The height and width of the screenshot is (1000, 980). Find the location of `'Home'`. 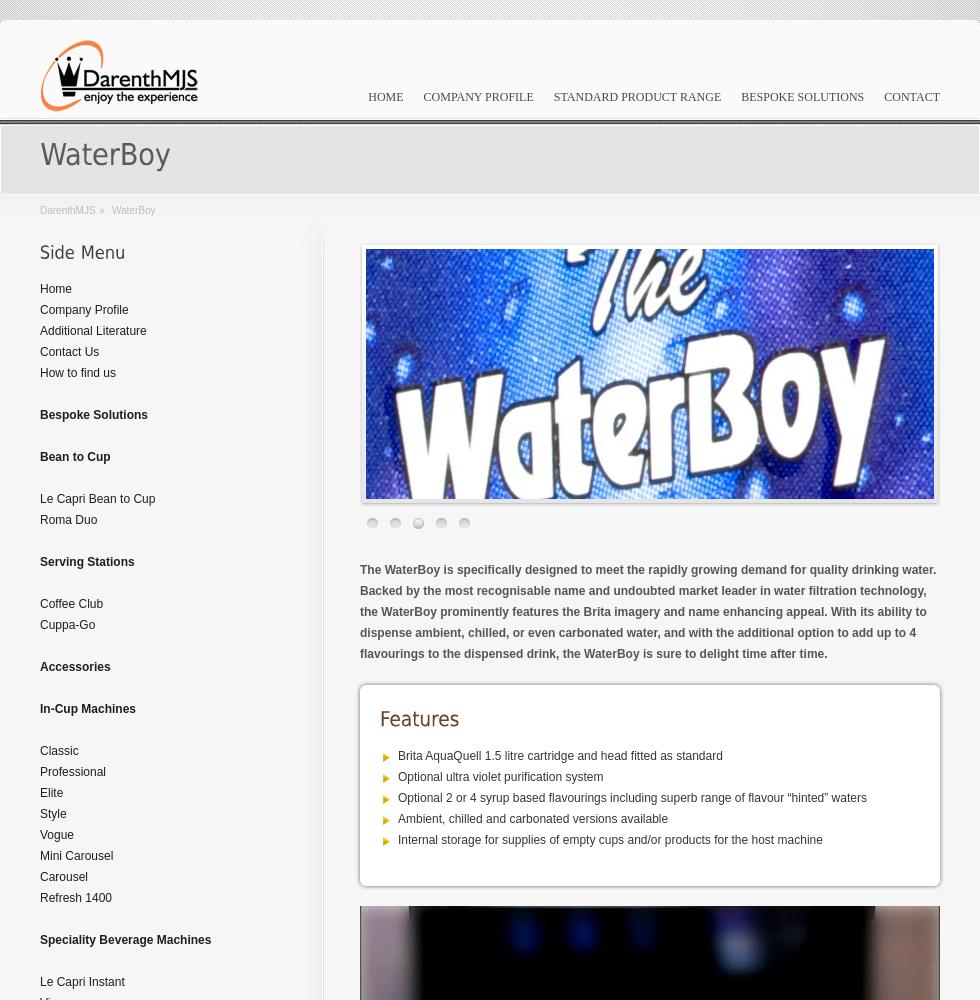

'Home' is located at coordinates (39, 289).